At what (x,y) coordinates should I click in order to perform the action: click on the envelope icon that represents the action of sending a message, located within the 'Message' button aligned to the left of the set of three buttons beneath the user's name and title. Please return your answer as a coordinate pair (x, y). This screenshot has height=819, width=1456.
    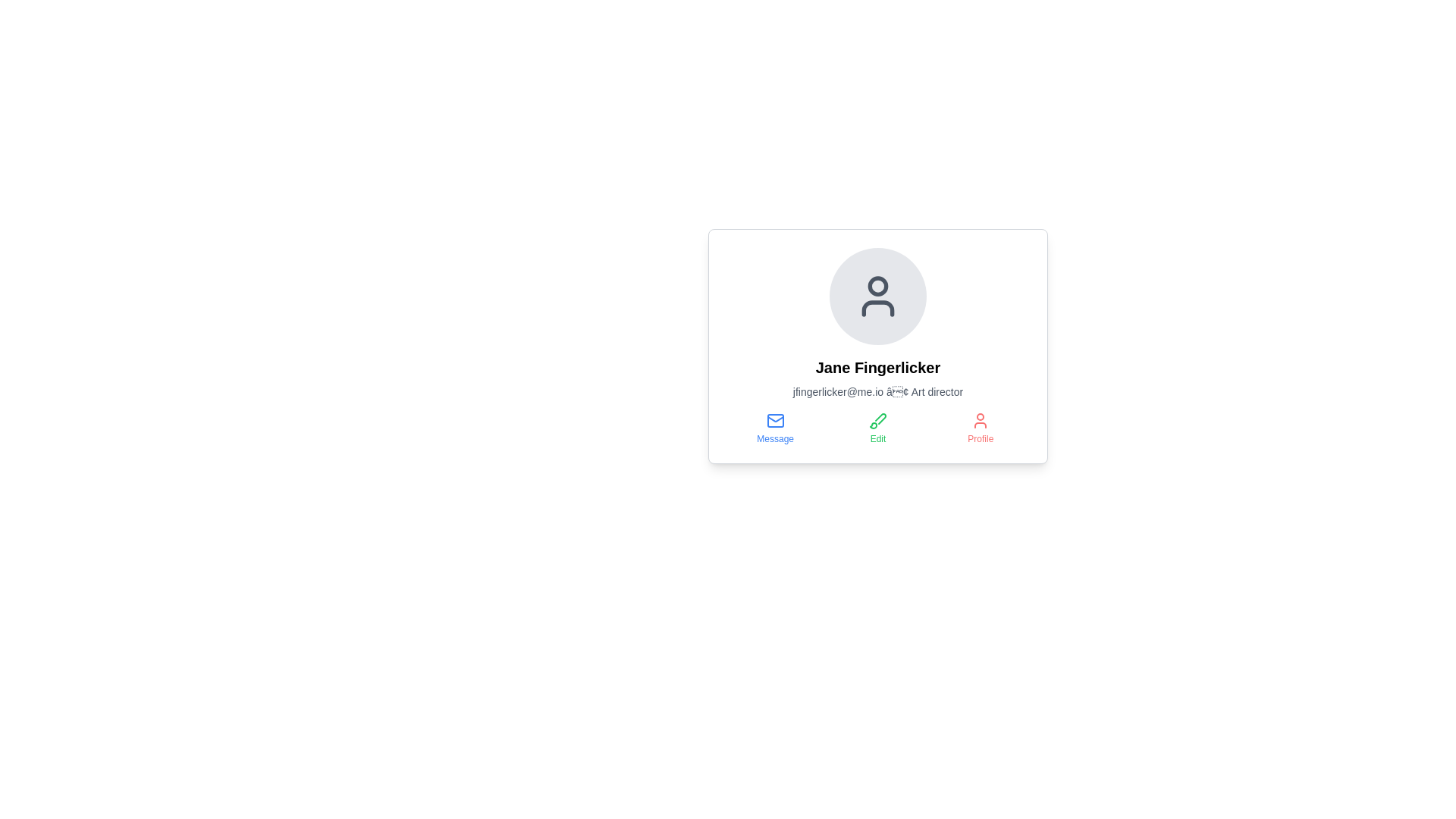
    Looking at the image, I should click on (775, 421).